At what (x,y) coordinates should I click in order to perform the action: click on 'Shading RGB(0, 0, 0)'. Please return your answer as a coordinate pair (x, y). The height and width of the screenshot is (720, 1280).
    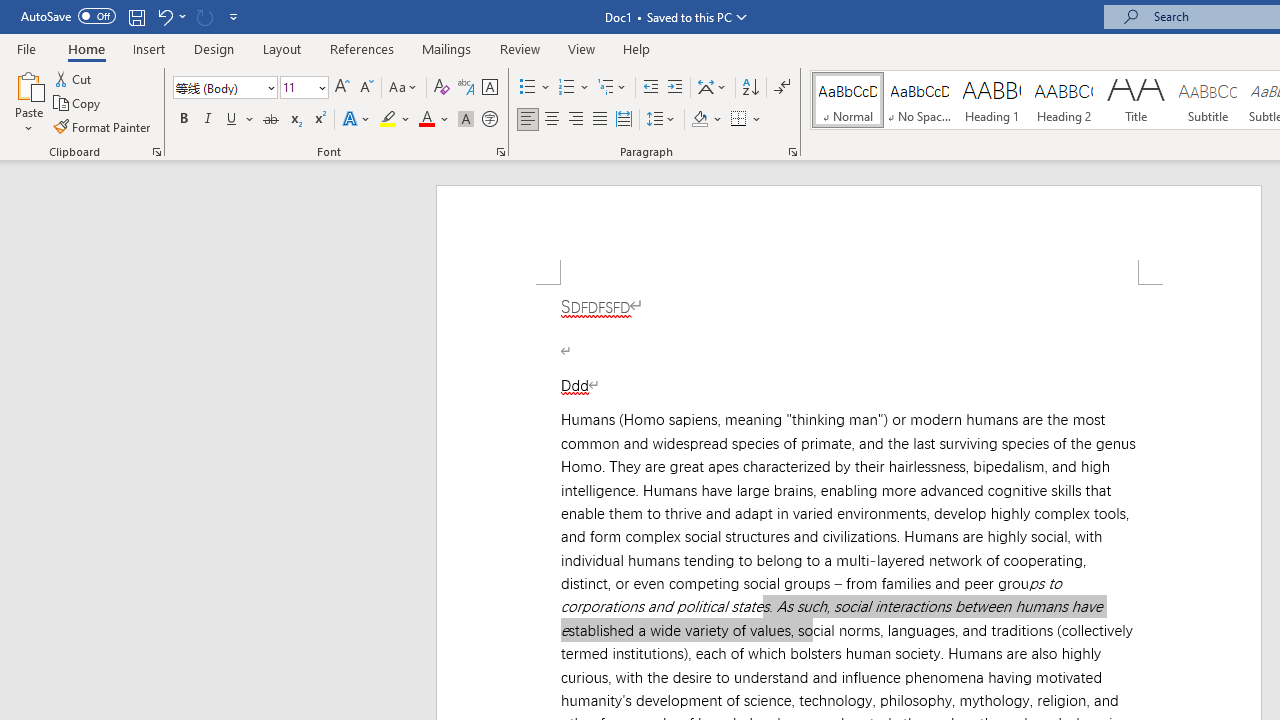
    Looking at the image, I should click on (699, 119).